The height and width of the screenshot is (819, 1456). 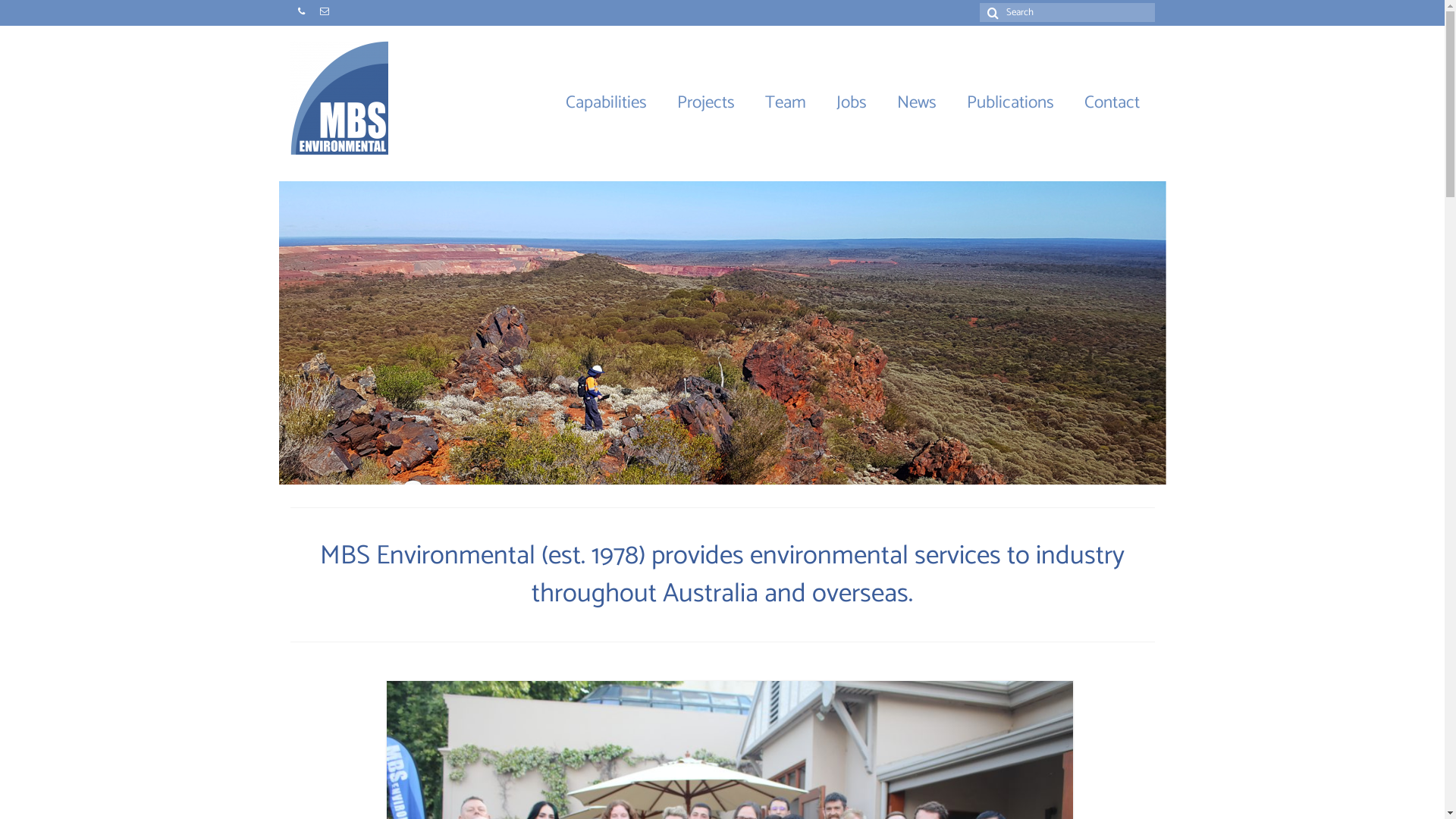 What do you see at coordinates (785, 102) in the screenshot?
I see `'Team'` at bounding box center [785, 102].